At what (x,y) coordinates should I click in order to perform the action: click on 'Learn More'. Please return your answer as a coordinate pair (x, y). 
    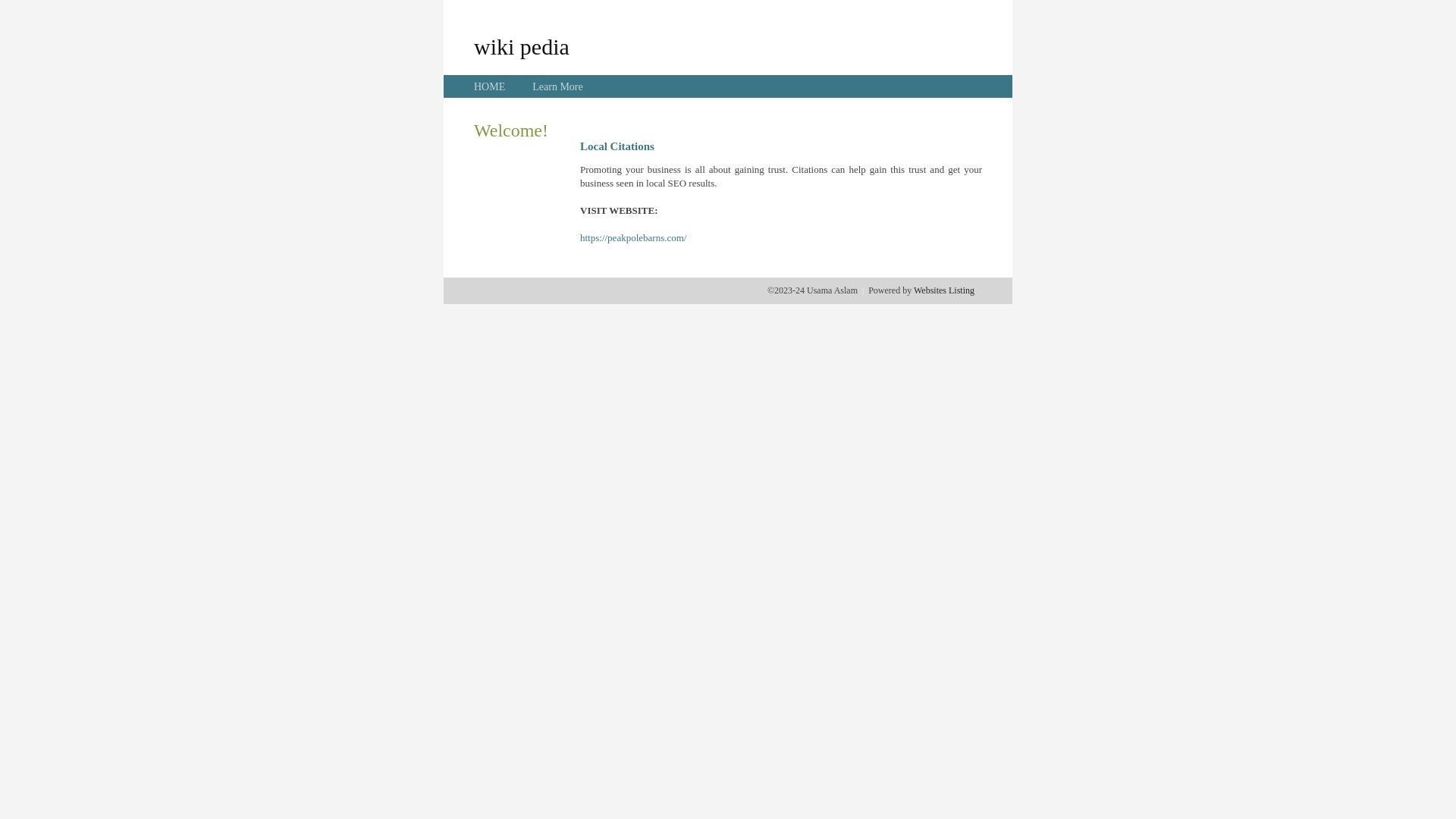
    Looking at the image, I should click on (532, 86).